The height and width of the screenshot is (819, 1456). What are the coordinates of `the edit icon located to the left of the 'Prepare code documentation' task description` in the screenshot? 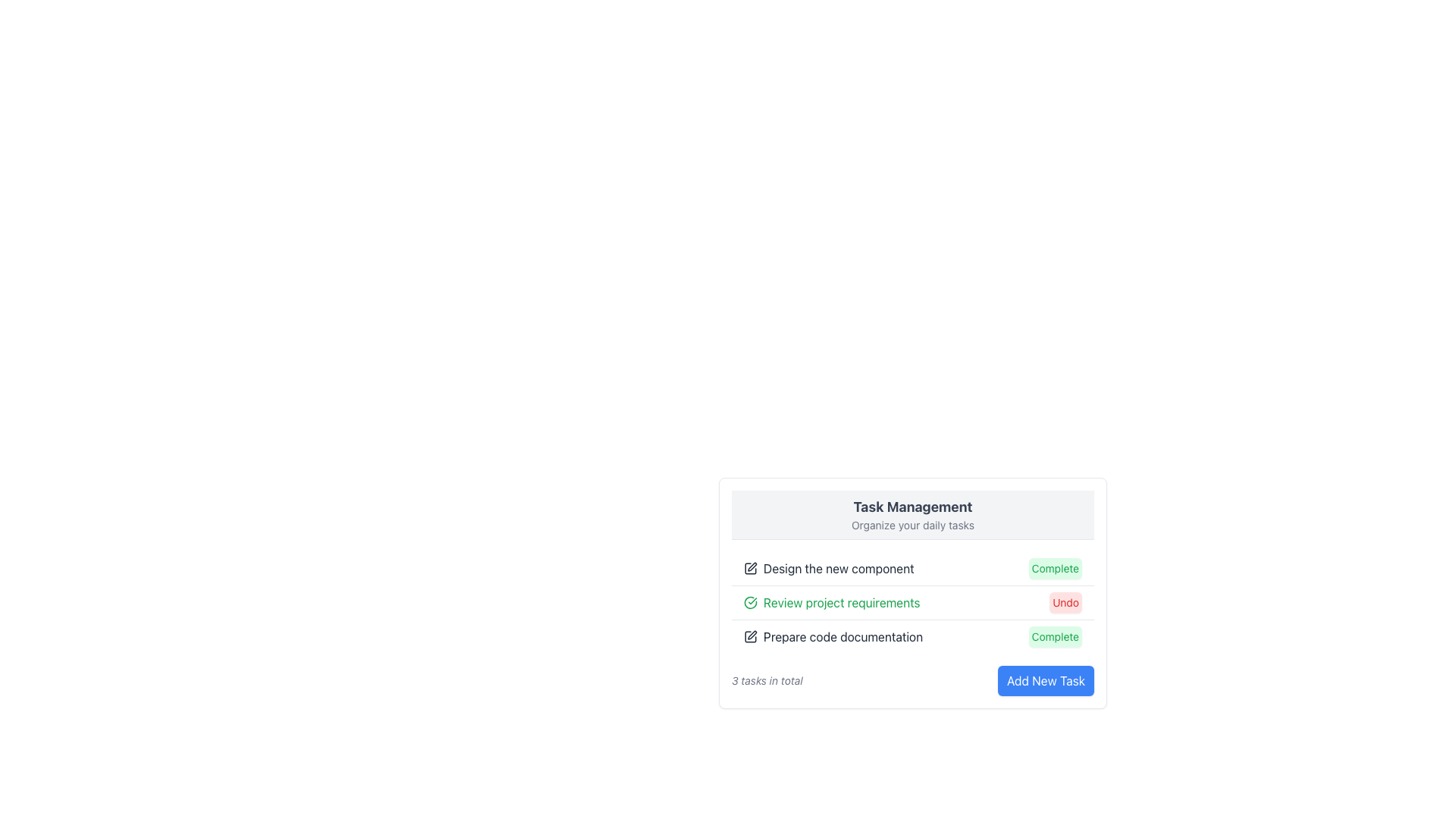 It's located at (752, 635).